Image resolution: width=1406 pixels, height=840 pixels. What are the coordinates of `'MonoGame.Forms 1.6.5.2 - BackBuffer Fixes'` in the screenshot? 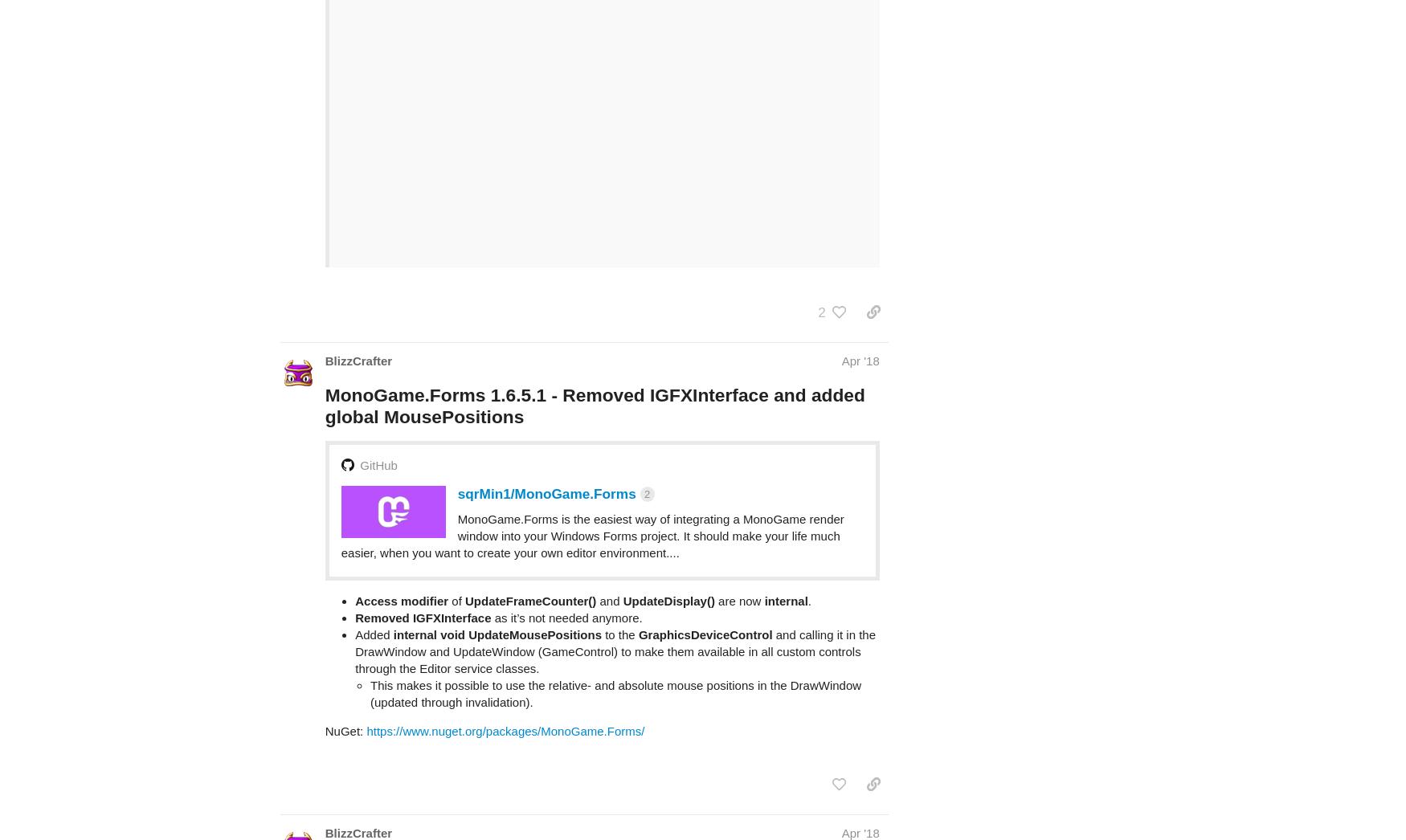 It's located at (517, 804).